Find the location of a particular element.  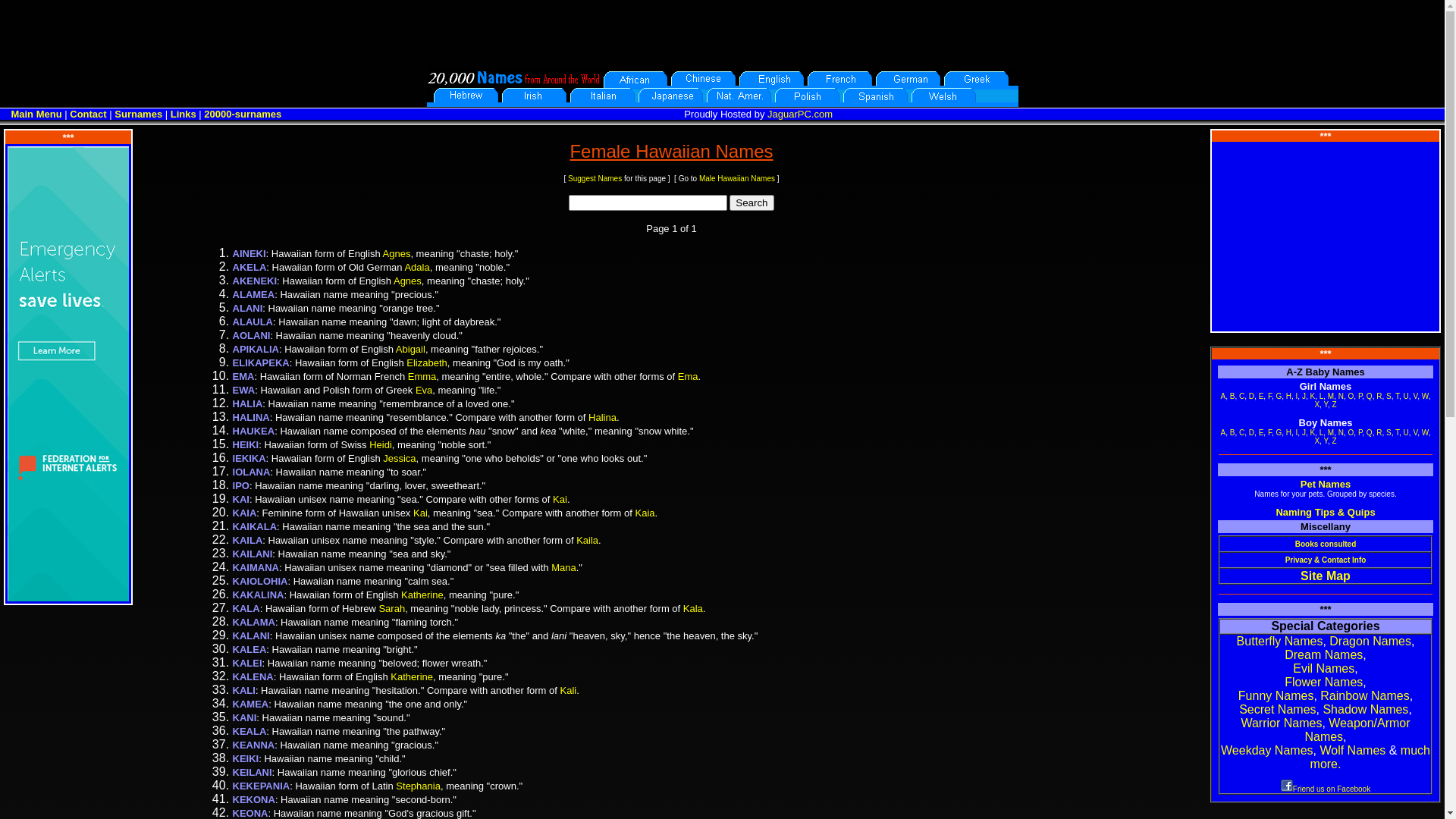

'P' is located at coordinates (1360, 395).